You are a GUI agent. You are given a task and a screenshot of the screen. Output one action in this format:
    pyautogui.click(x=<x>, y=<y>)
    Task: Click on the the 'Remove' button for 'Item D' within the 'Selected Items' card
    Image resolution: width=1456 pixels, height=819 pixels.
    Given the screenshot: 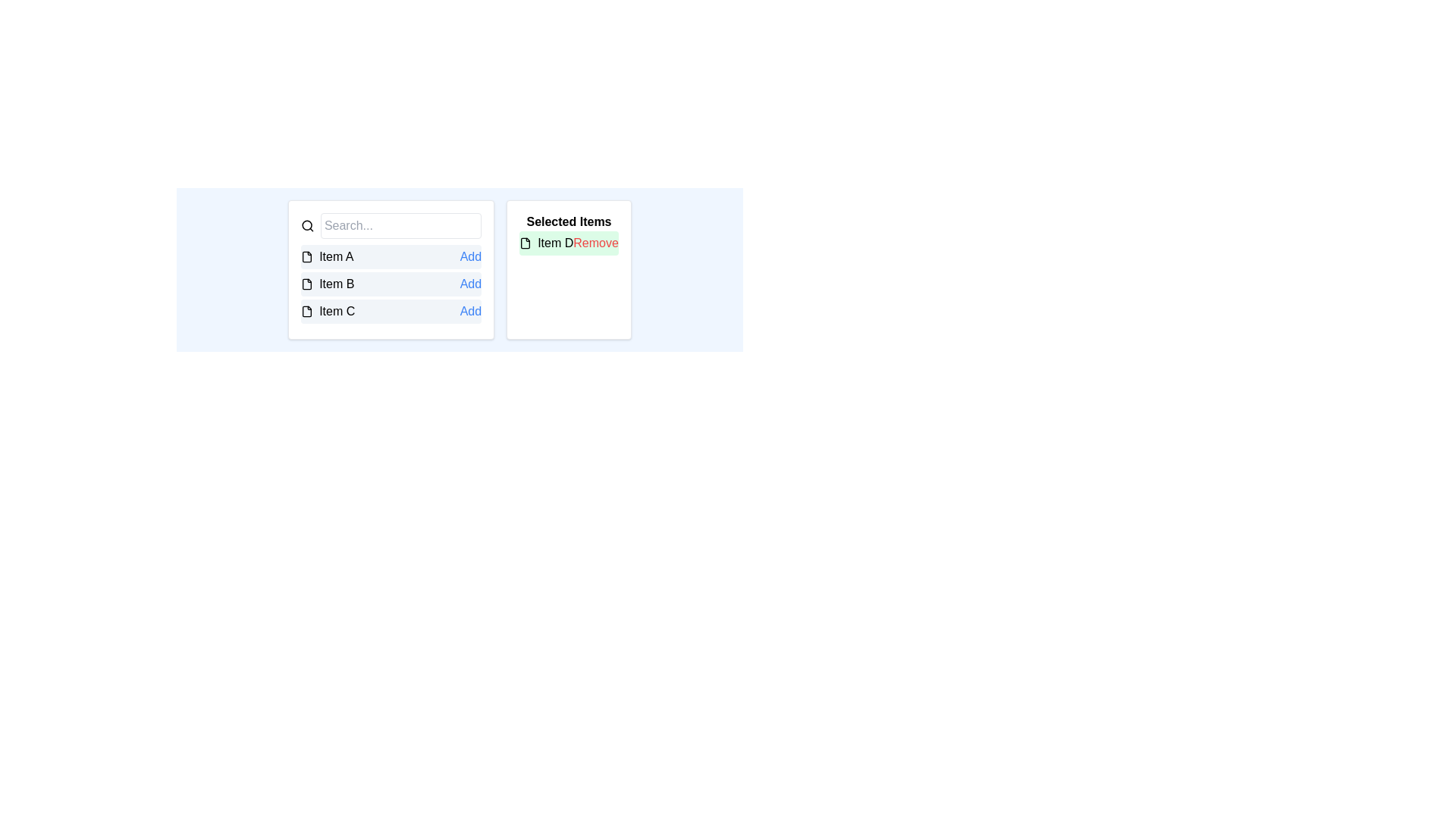 What is the action you would take?
    pyautogui.click(x=568, y=242)
    